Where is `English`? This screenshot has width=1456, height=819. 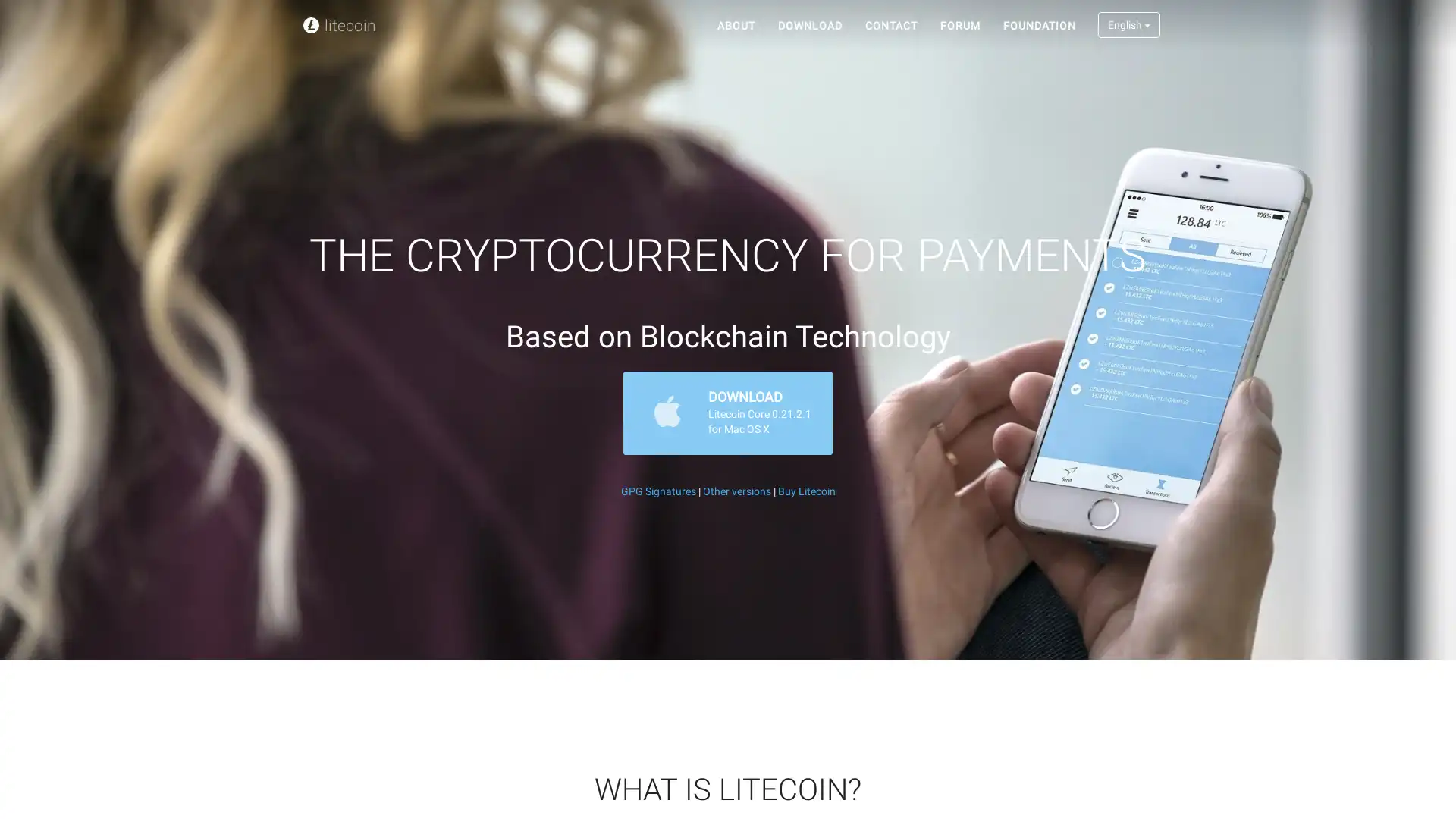
English is located at coordinates (1128, 36).